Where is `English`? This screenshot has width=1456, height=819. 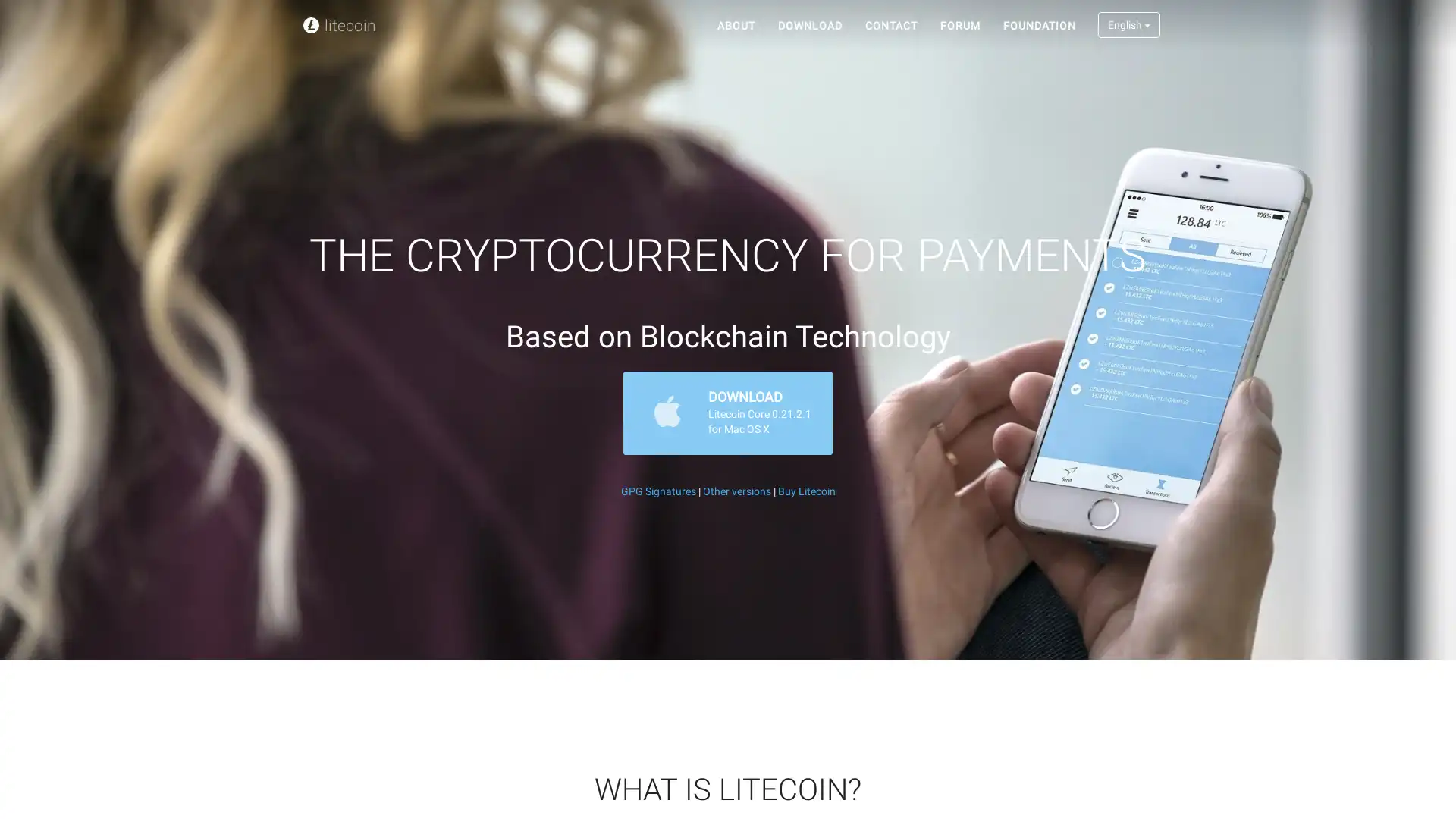
English is located at coordinates (1128, 36).